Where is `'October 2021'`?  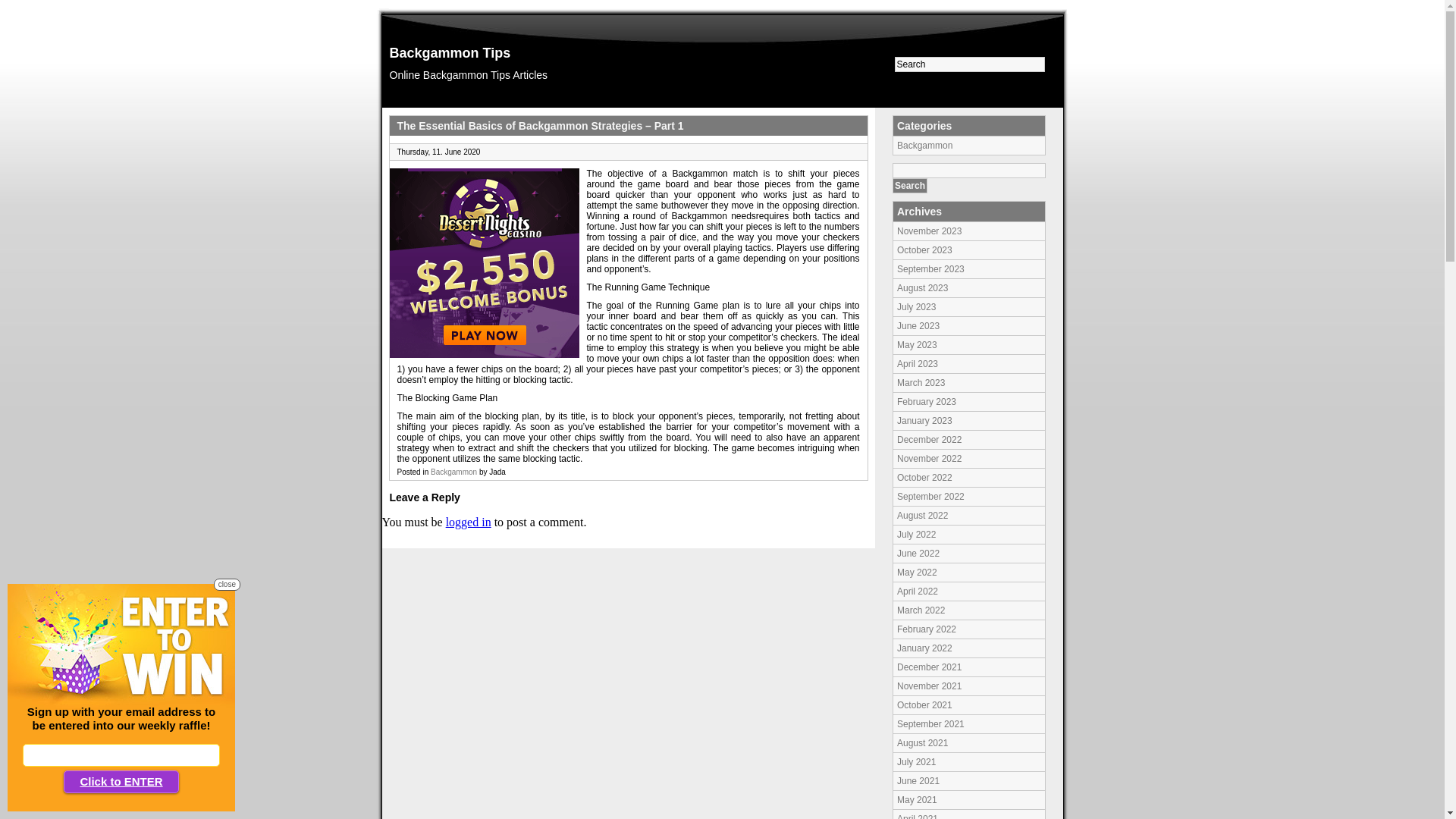 'October 2021' is located at coordinates (924, 704).